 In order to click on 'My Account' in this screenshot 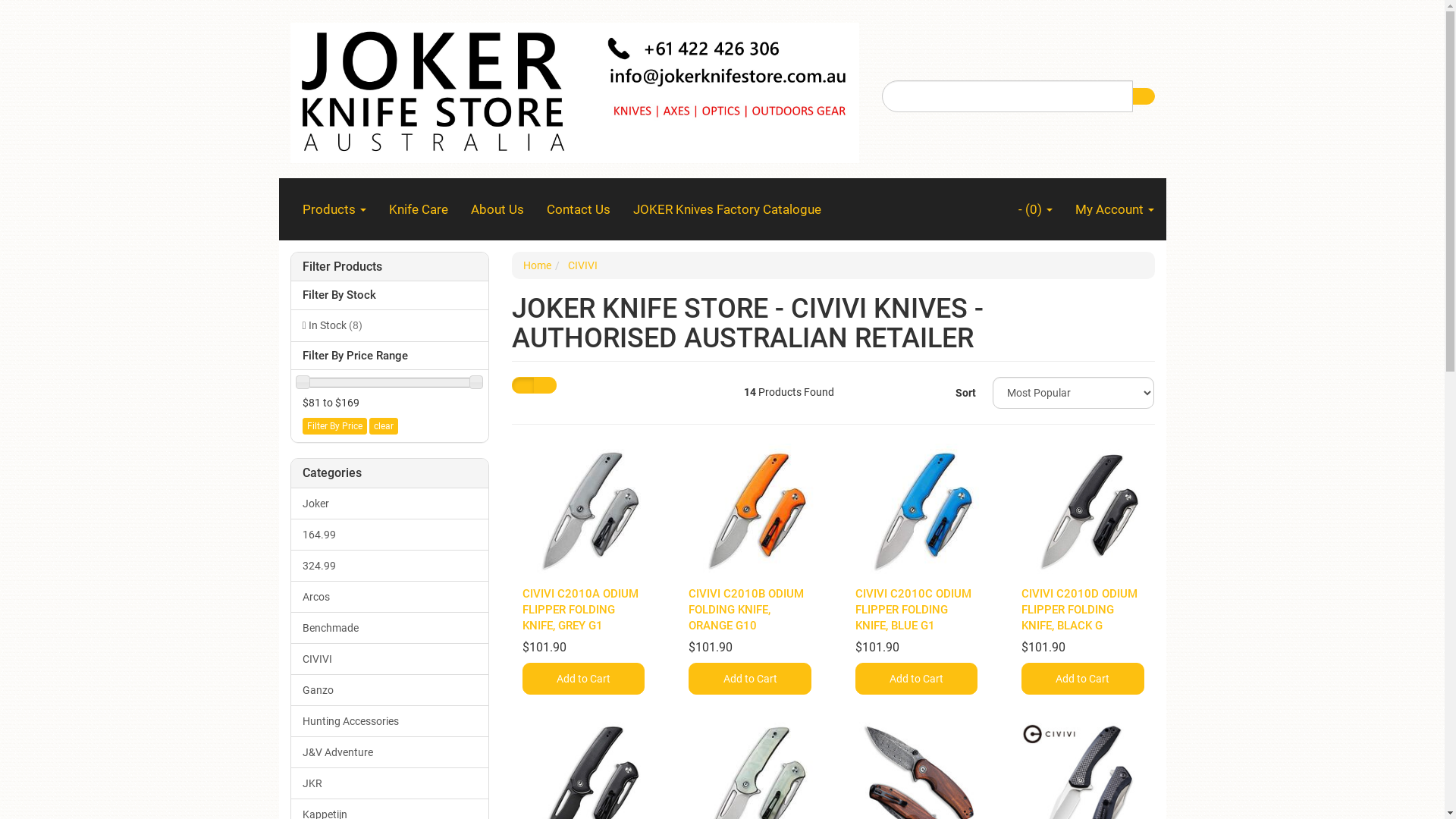, I will do `click(1113, 209)`.